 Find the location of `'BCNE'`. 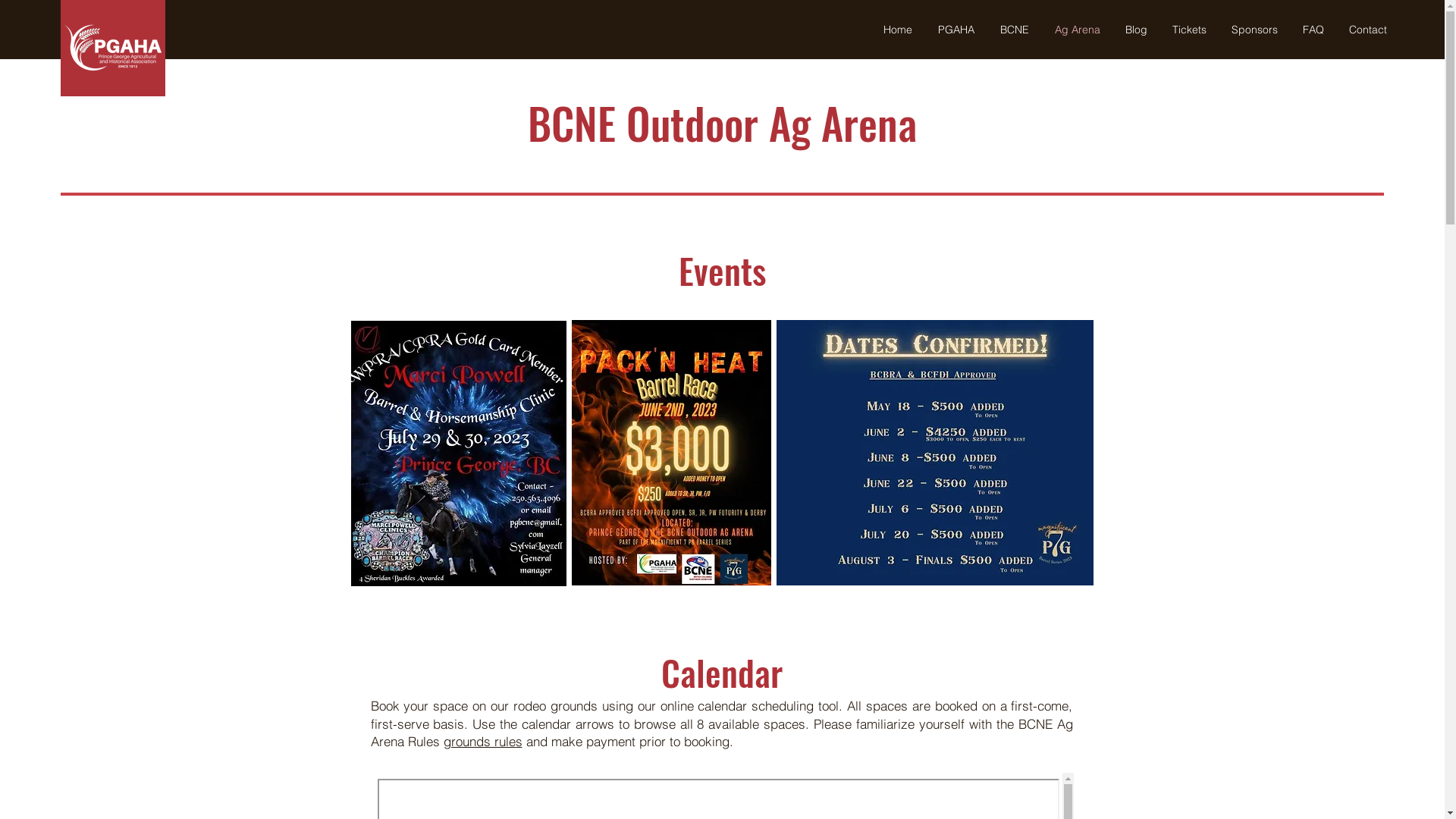

'BCNE' is located at coordinates (1015, 29).